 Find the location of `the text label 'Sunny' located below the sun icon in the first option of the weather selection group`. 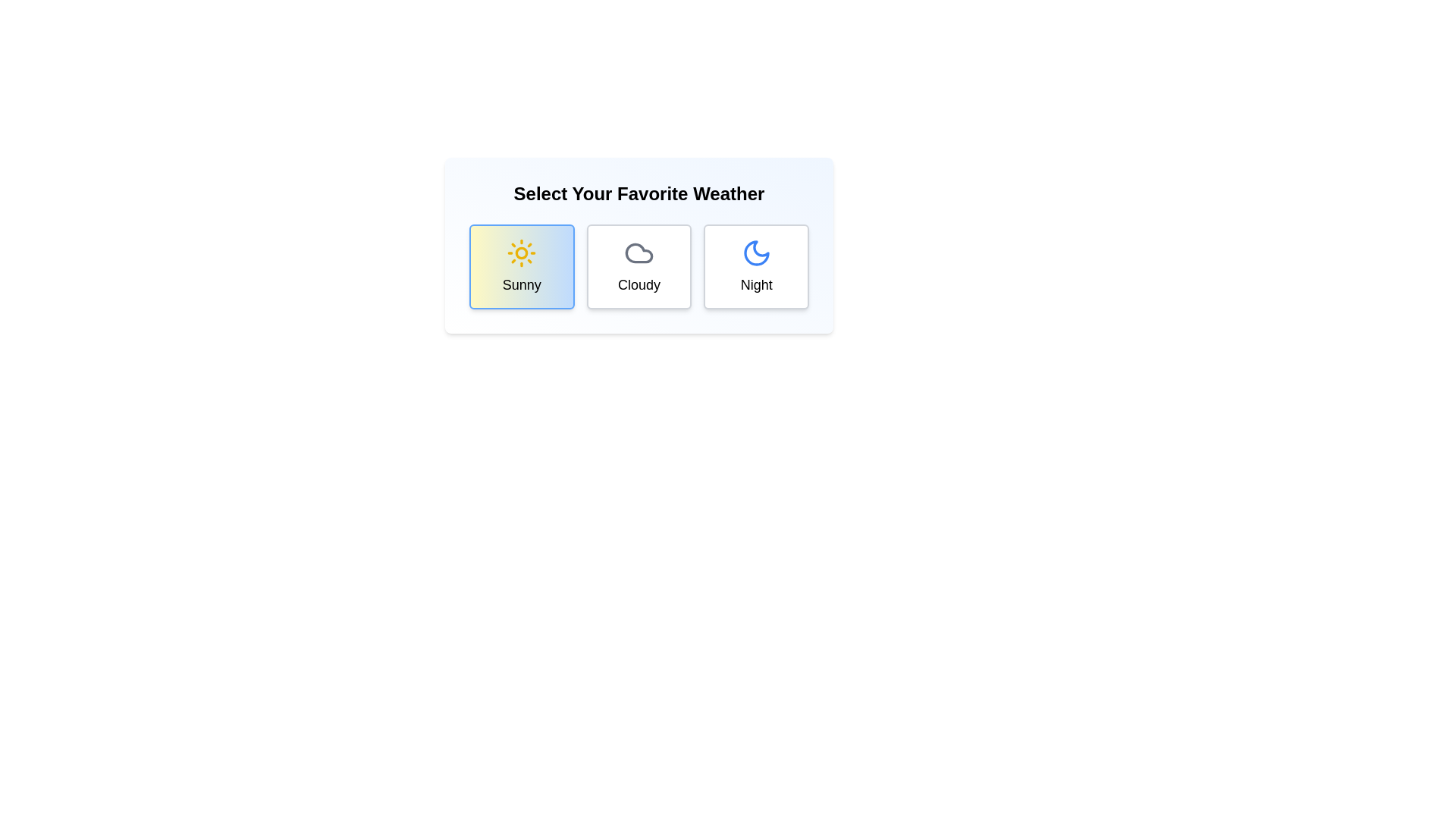

the text label 'Sunny' located below the sun icon in the first option of the weather selection group is located at coordinates (521, 284).